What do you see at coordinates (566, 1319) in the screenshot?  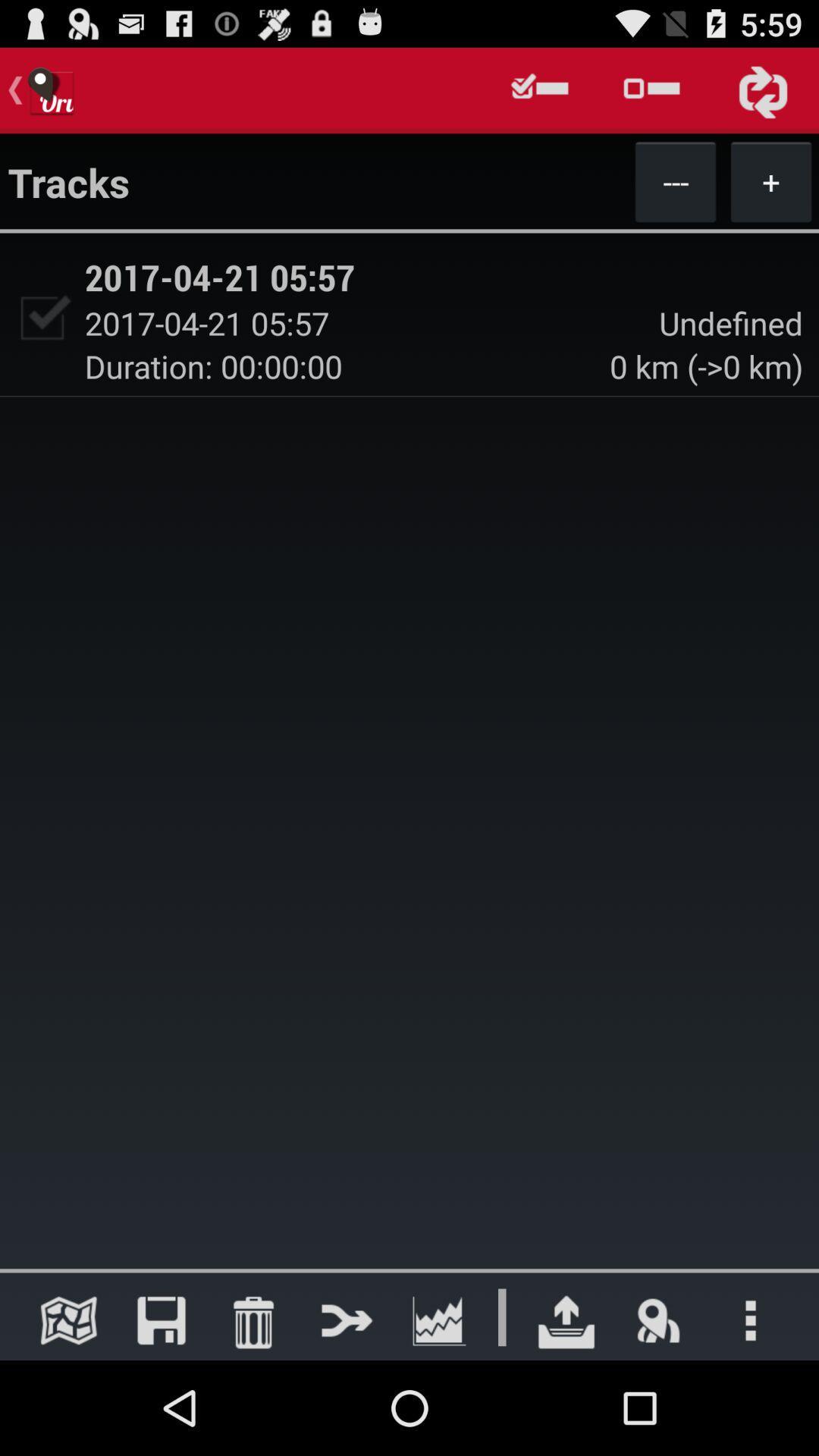 I see `upload file` at bounding box center [566, 1319].